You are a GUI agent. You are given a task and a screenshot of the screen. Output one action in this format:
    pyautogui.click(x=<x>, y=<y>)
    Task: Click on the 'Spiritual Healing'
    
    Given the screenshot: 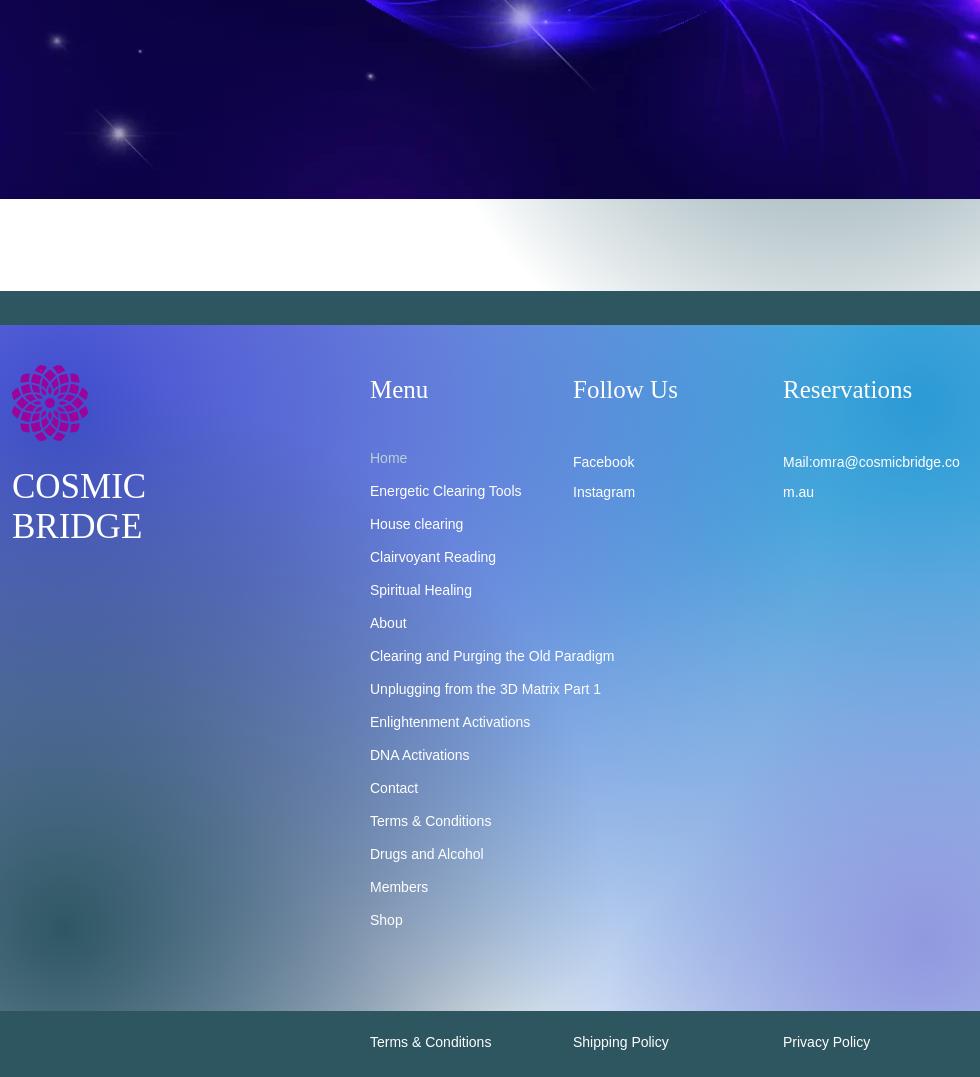 What is the action you would take?
    pyautogui.click(x=420, y=588)
    